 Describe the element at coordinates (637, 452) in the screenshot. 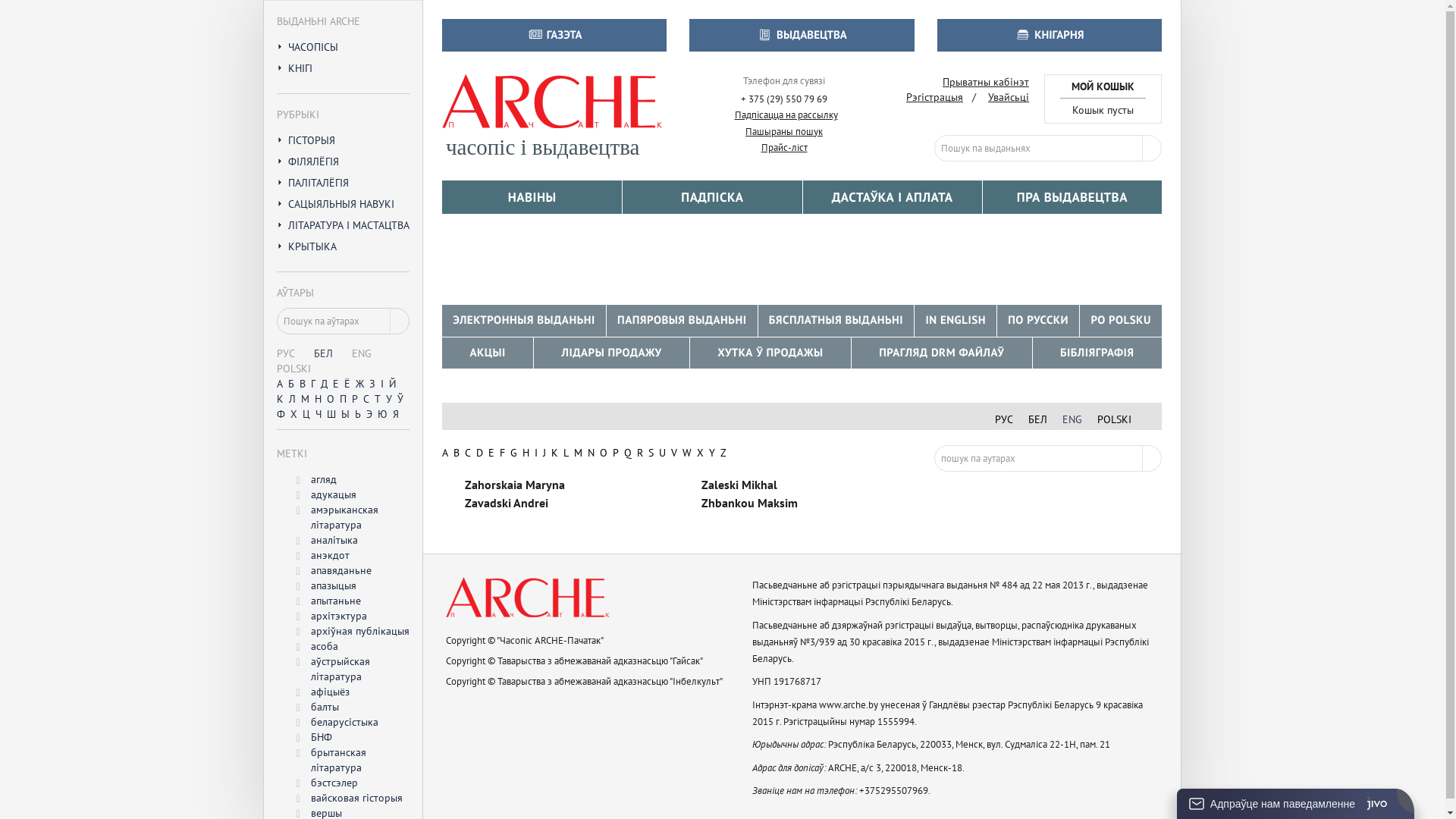

I see `'R'` at that location.